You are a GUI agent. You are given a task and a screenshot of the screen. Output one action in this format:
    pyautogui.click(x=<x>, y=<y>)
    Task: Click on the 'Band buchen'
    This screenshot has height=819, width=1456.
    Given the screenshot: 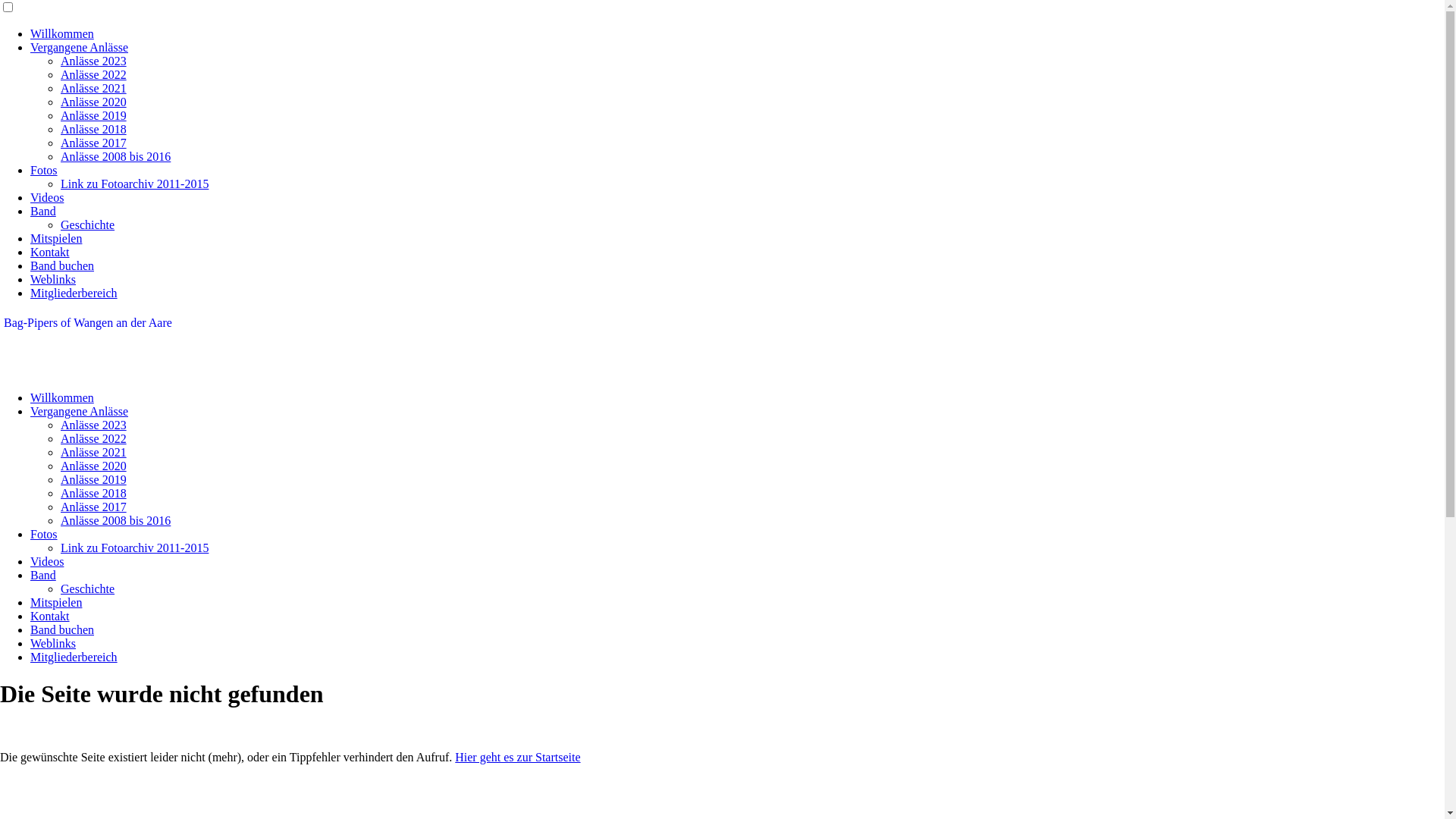 What is the action you would take?
    pyautogui.click(x=61, y=629)
    